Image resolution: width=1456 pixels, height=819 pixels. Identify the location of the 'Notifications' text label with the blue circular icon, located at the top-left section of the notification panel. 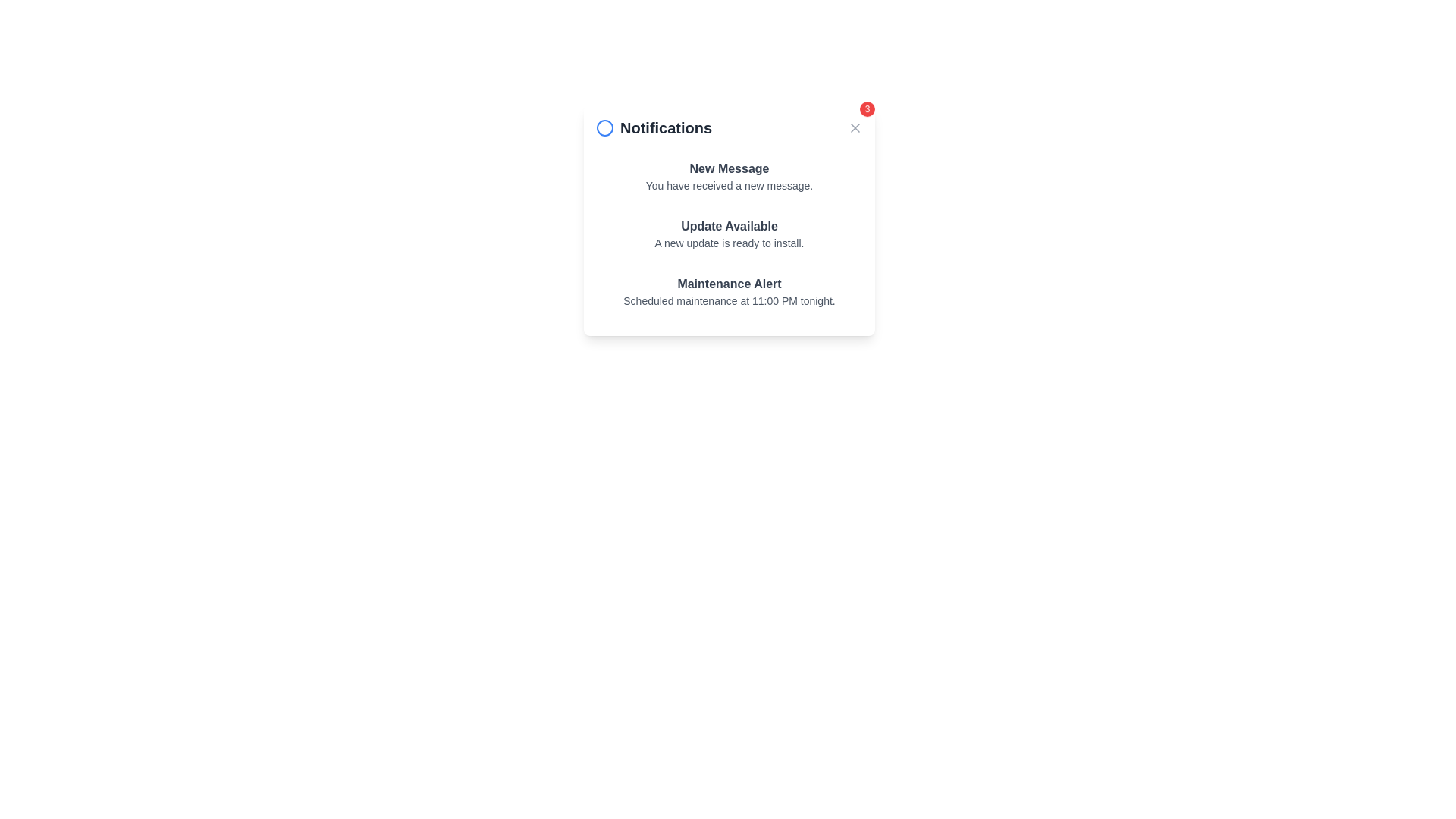
(654, 127).